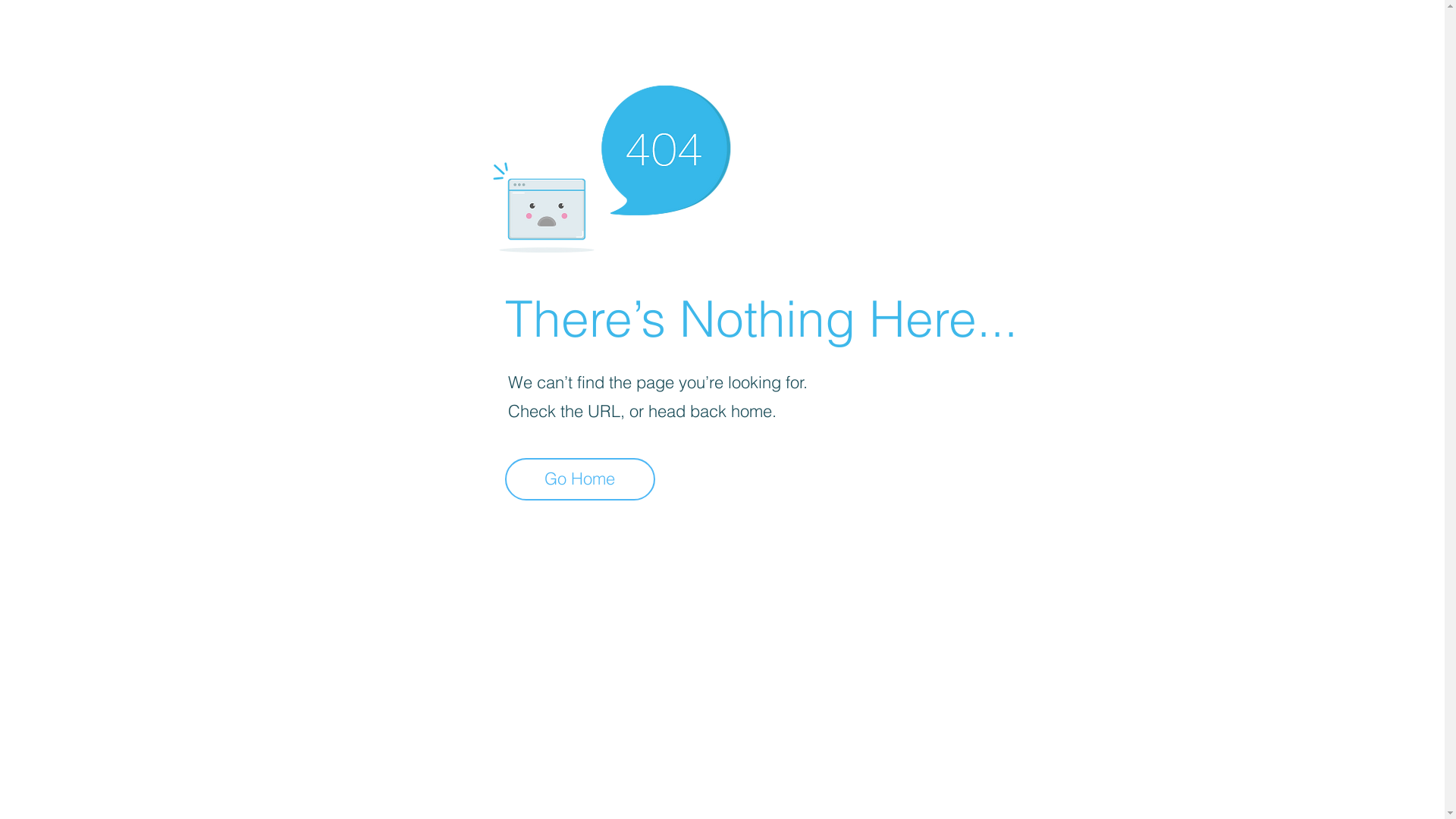 Image resolution: width=1456 pixels, height=819 pixels. What do you see at coordinates (610, 165) in the screenshot?
I see `'404-icon_2.png'` at bounding box center [610, 165].